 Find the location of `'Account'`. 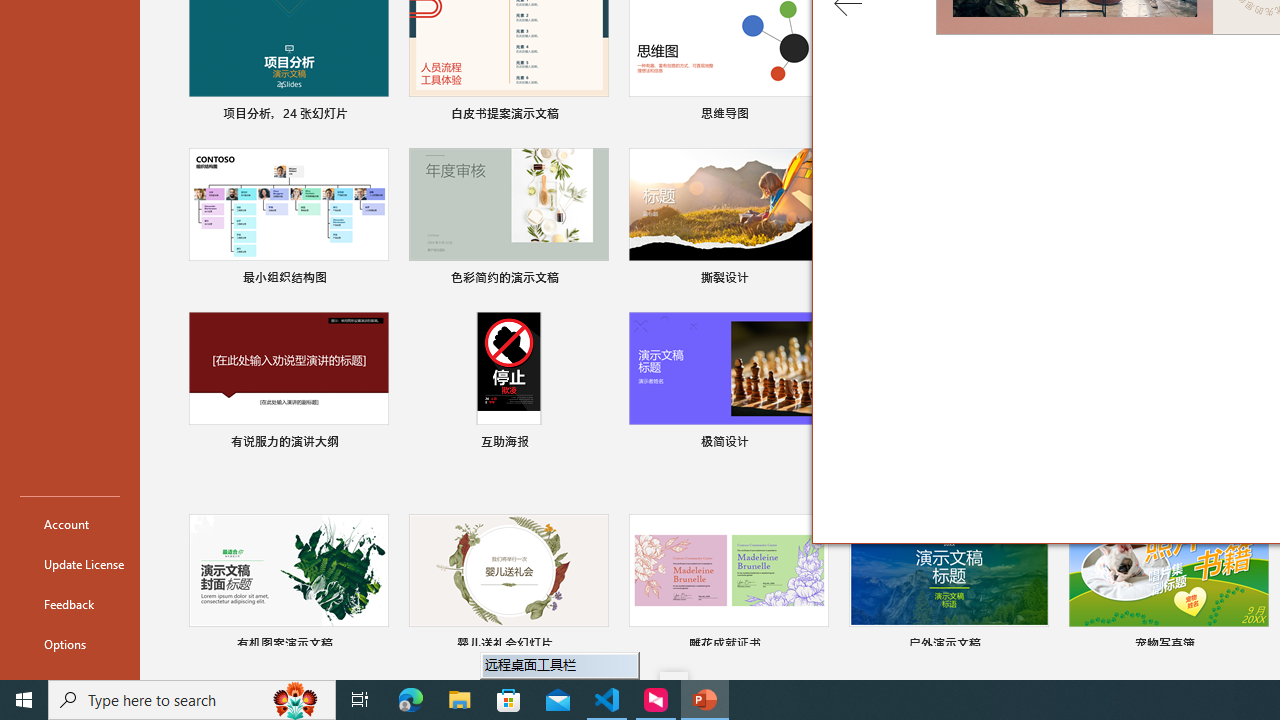

'Account' is located at coordinates (69, 523).